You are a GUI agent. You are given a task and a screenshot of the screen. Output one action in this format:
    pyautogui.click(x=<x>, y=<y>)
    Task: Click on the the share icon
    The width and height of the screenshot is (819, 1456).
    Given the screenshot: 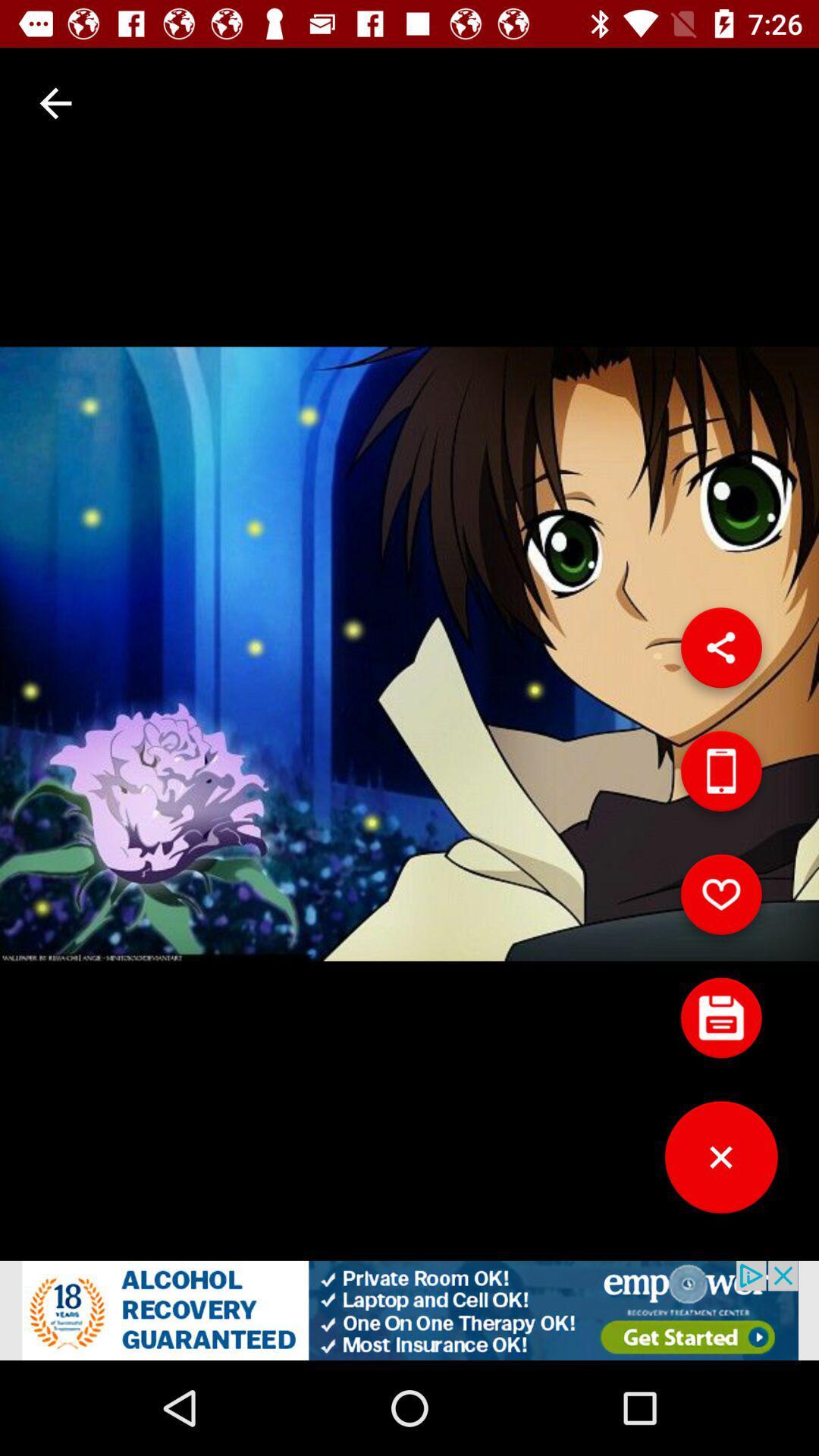 What is the action you would take?
    pyautogui.click(x=720, y=654)
    